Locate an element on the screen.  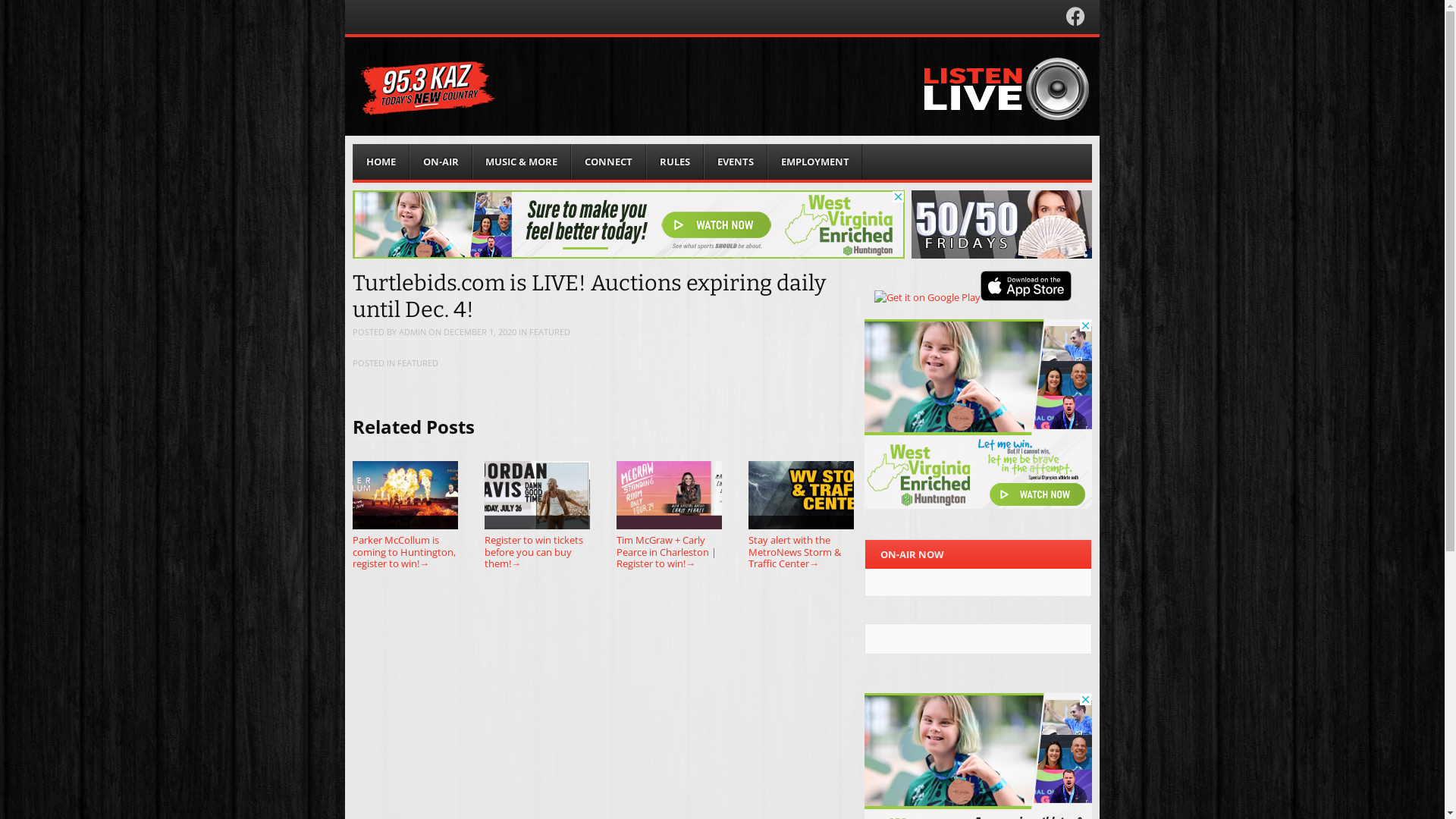
'EMPLOYMENT' is located at coordinates (814, 162).